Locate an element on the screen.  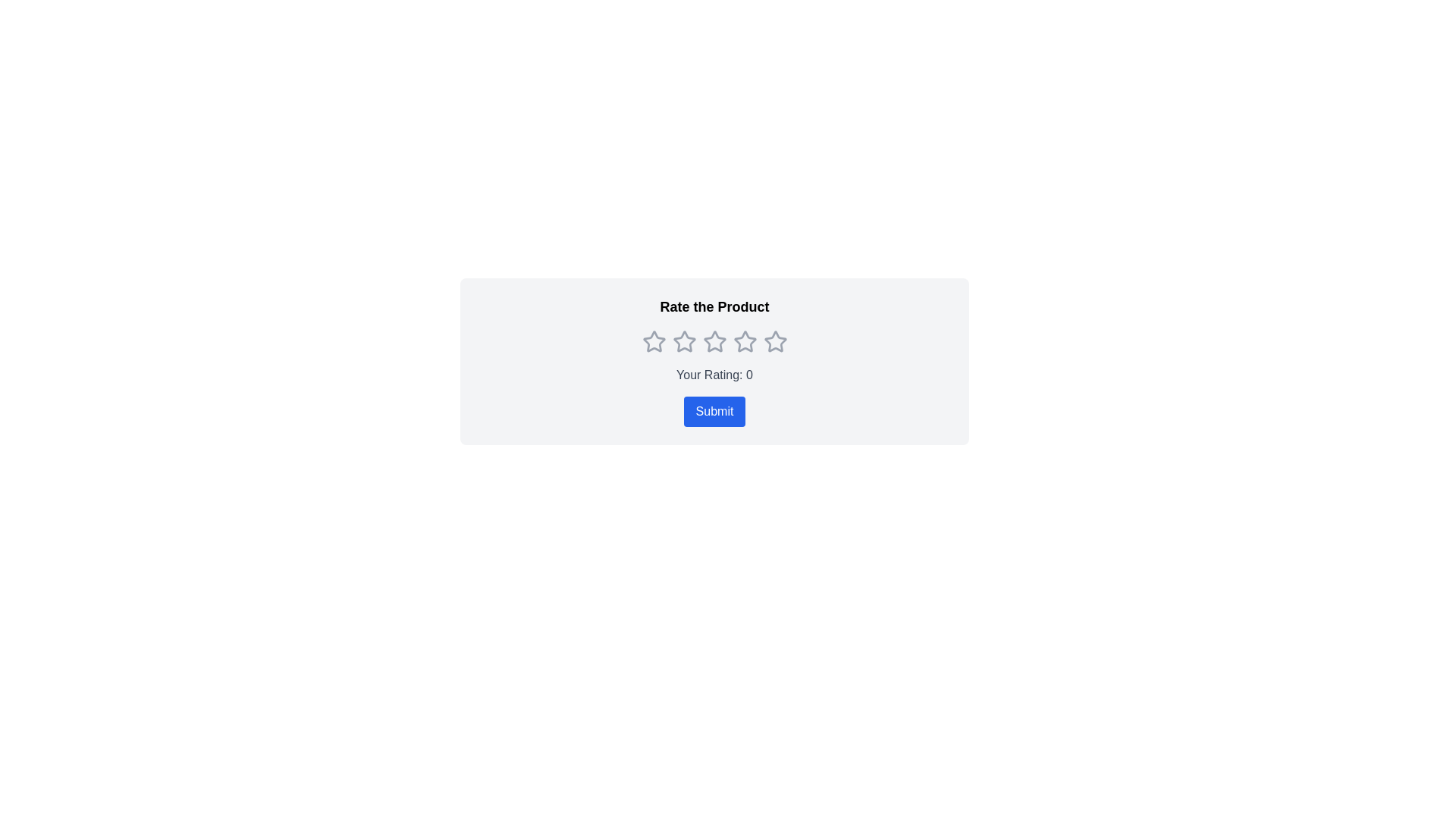
the fifth star-shaped icon, which is gray and outlined, to rate 5 stars is located at coordinates (745, 342).